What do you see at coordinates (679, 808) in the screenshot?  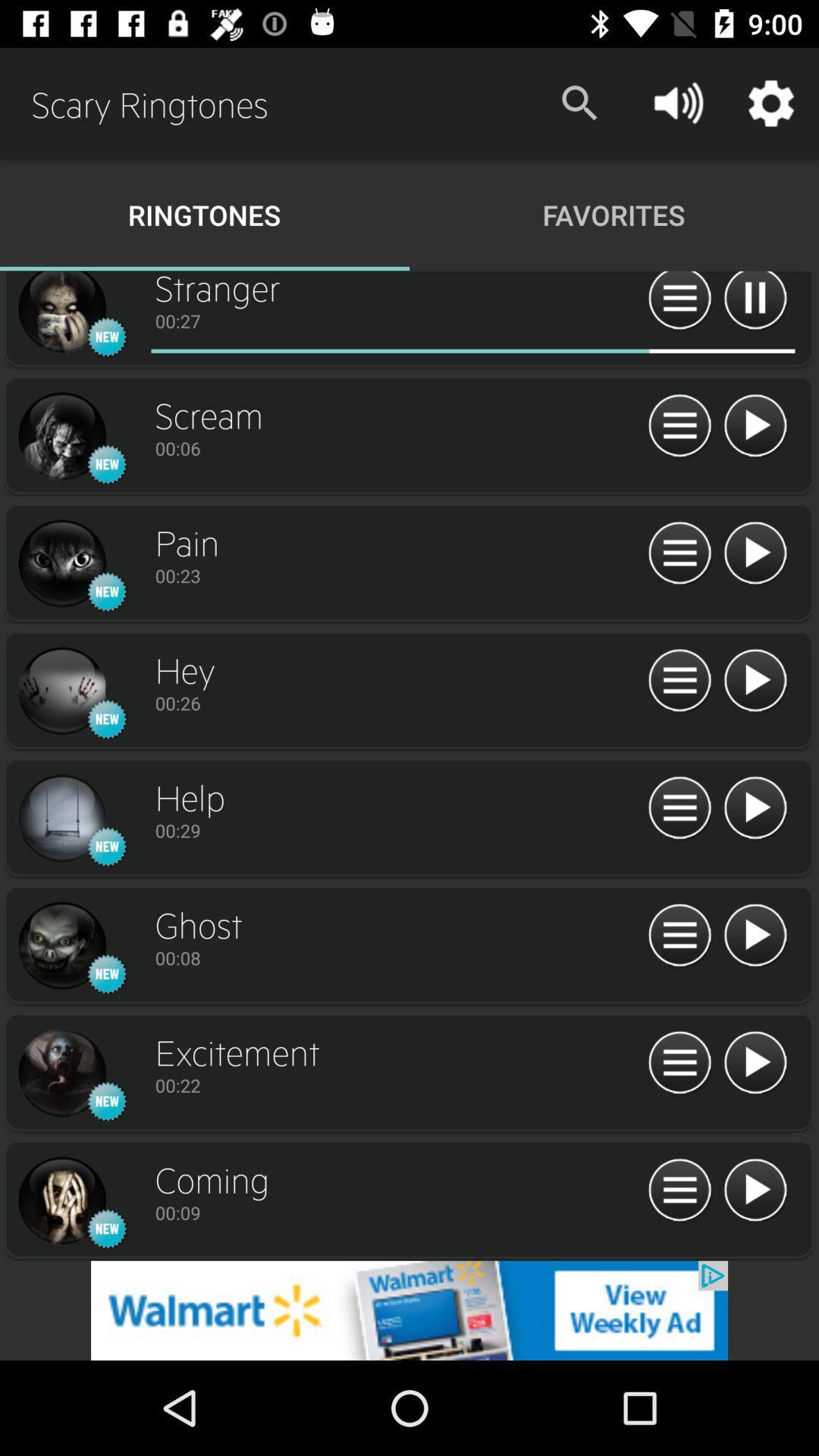 I see `more song options` at bounding box center [679, 808].